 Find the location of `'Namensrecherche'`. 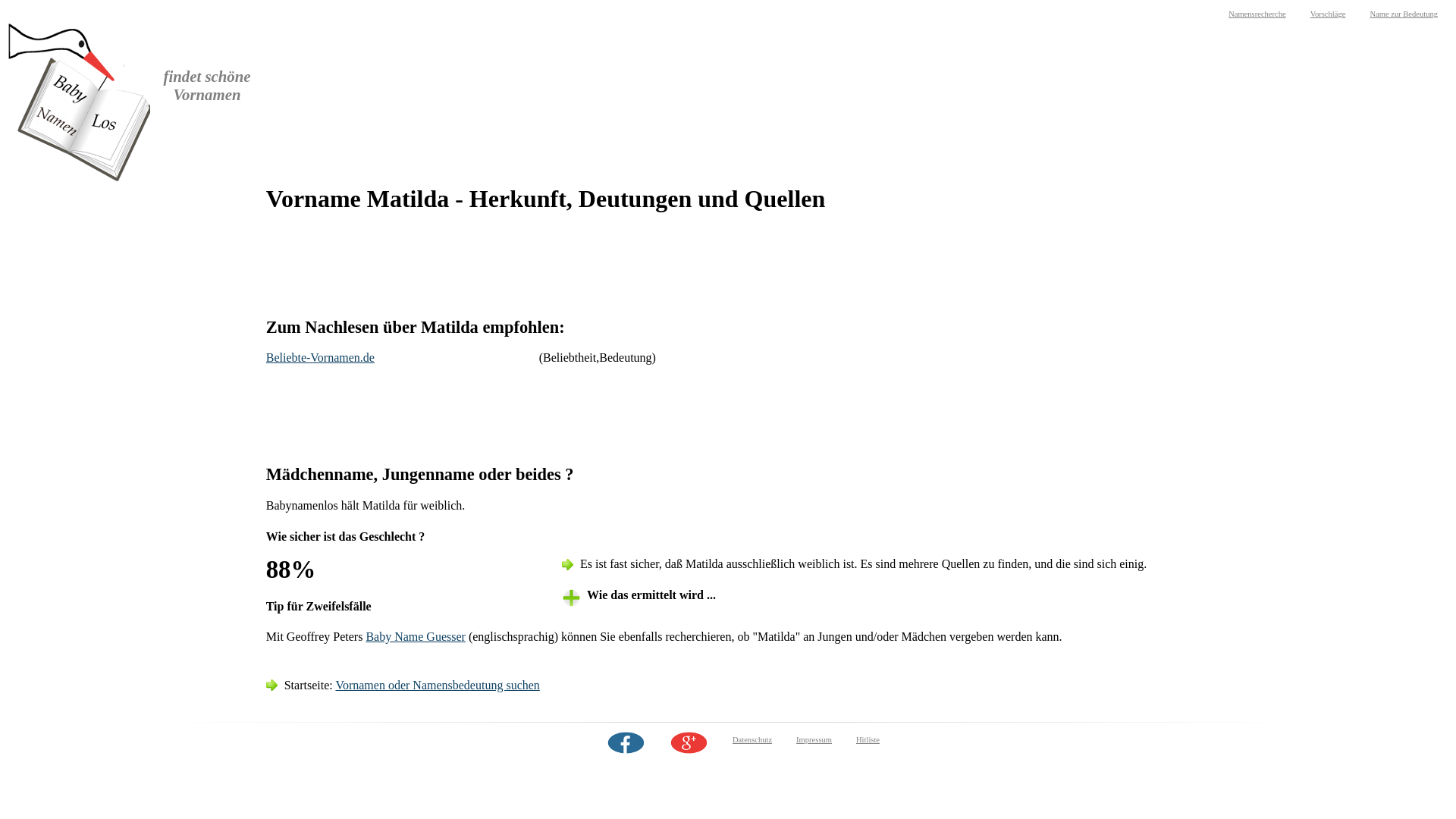

'Namensrecherche' is located at coordinates (1257, 14).